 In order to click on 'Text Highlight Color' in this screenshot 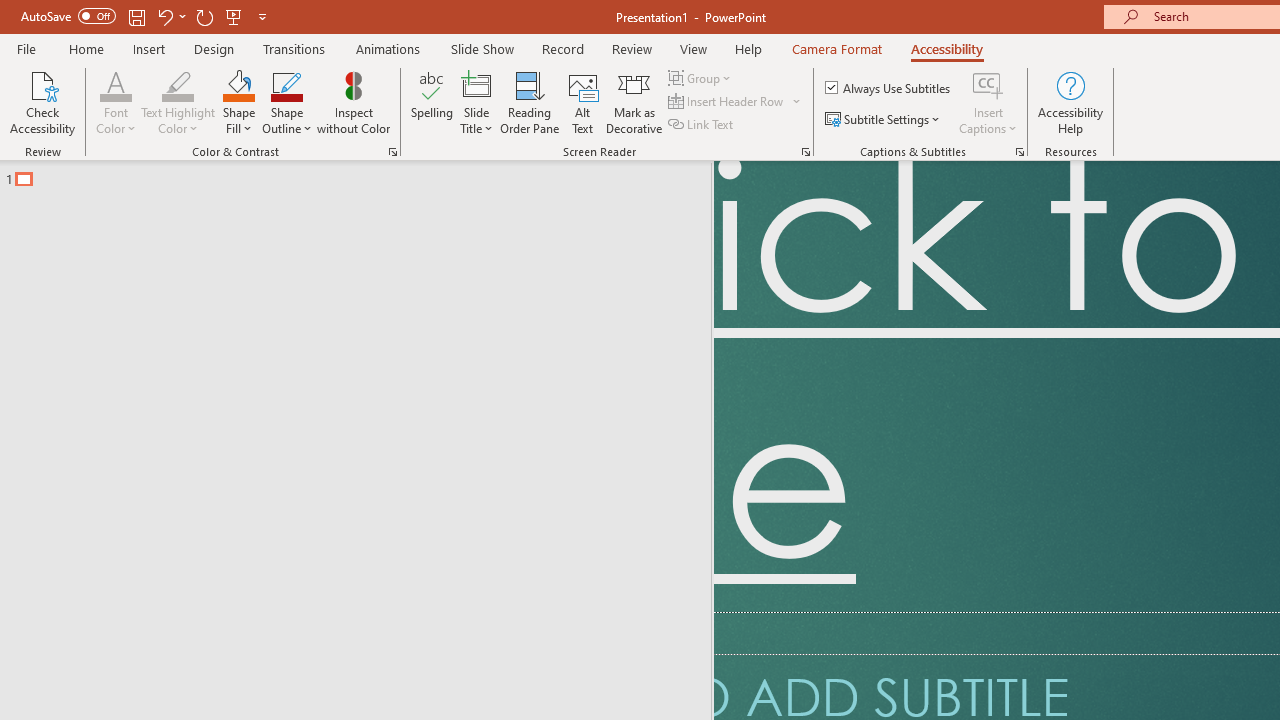, I will do `click(178, 103)`.